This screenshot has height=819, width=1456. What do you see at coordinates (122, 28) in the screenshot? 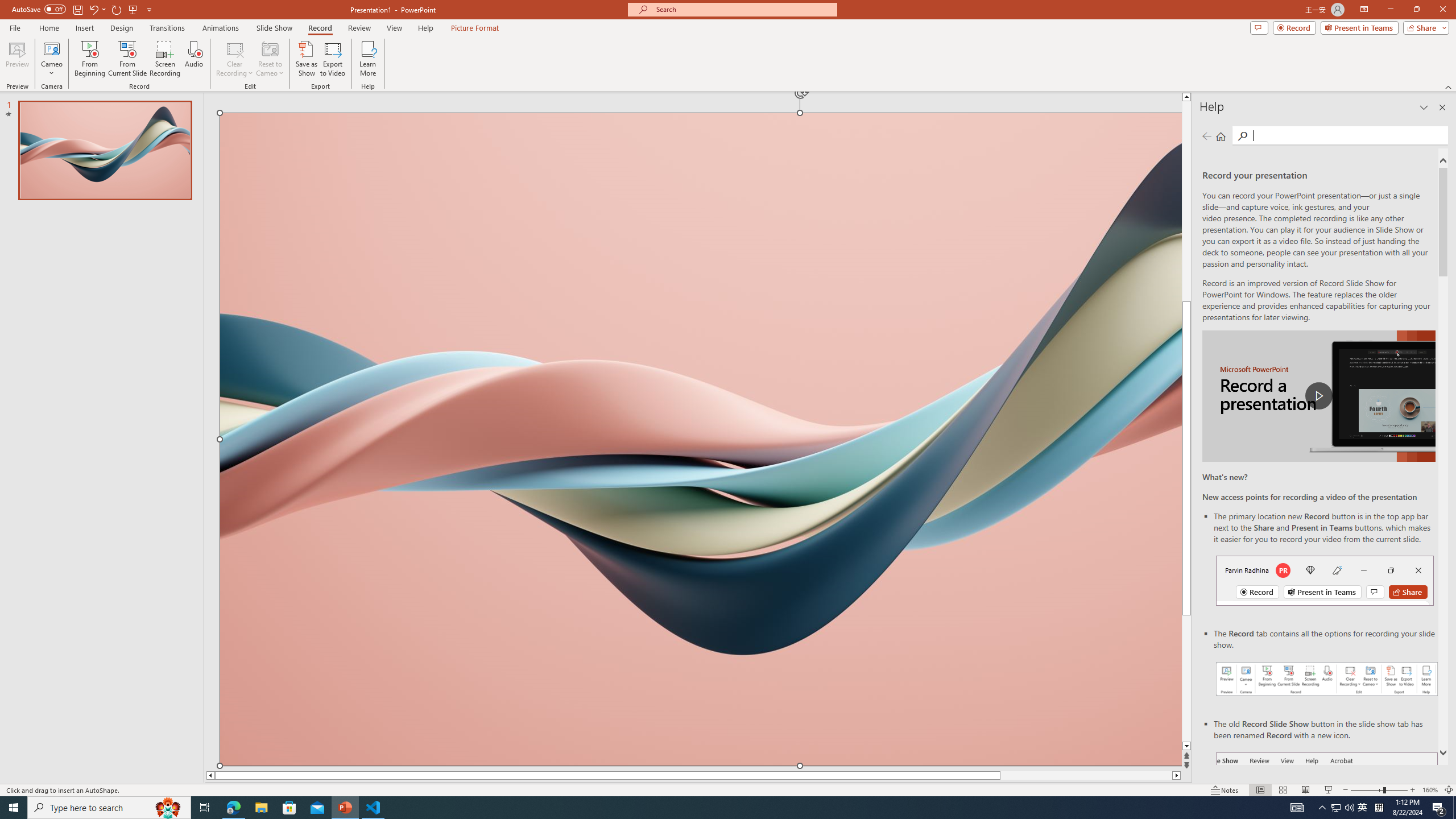
I see `'Design'` at bounding box center [122, 28].